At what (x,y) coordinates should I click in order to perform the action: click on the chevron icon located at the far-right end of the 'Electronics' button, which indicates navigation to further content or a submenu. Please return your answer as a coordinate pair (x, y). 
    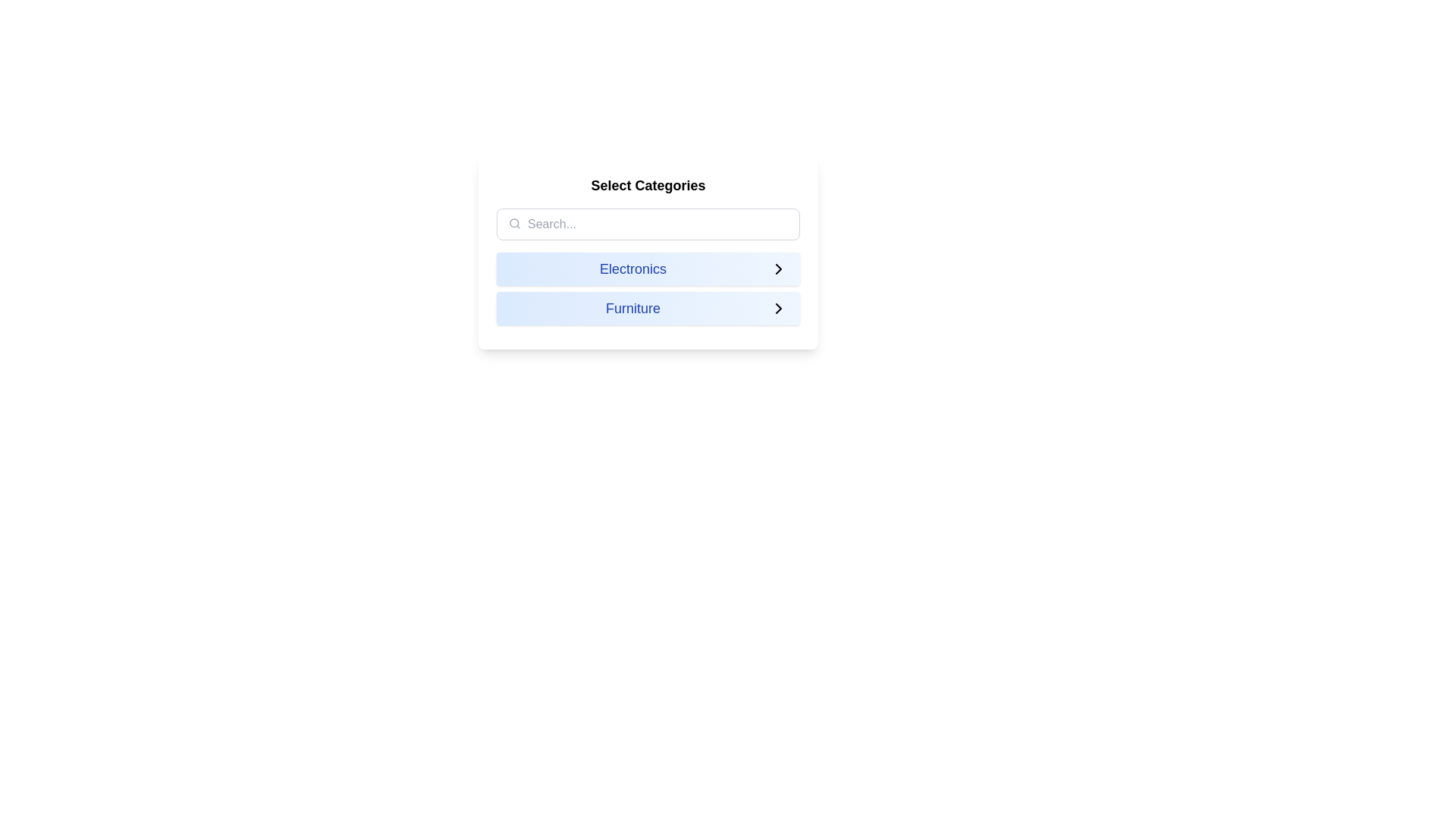
    Looking at the image, I should click on (779, 268).